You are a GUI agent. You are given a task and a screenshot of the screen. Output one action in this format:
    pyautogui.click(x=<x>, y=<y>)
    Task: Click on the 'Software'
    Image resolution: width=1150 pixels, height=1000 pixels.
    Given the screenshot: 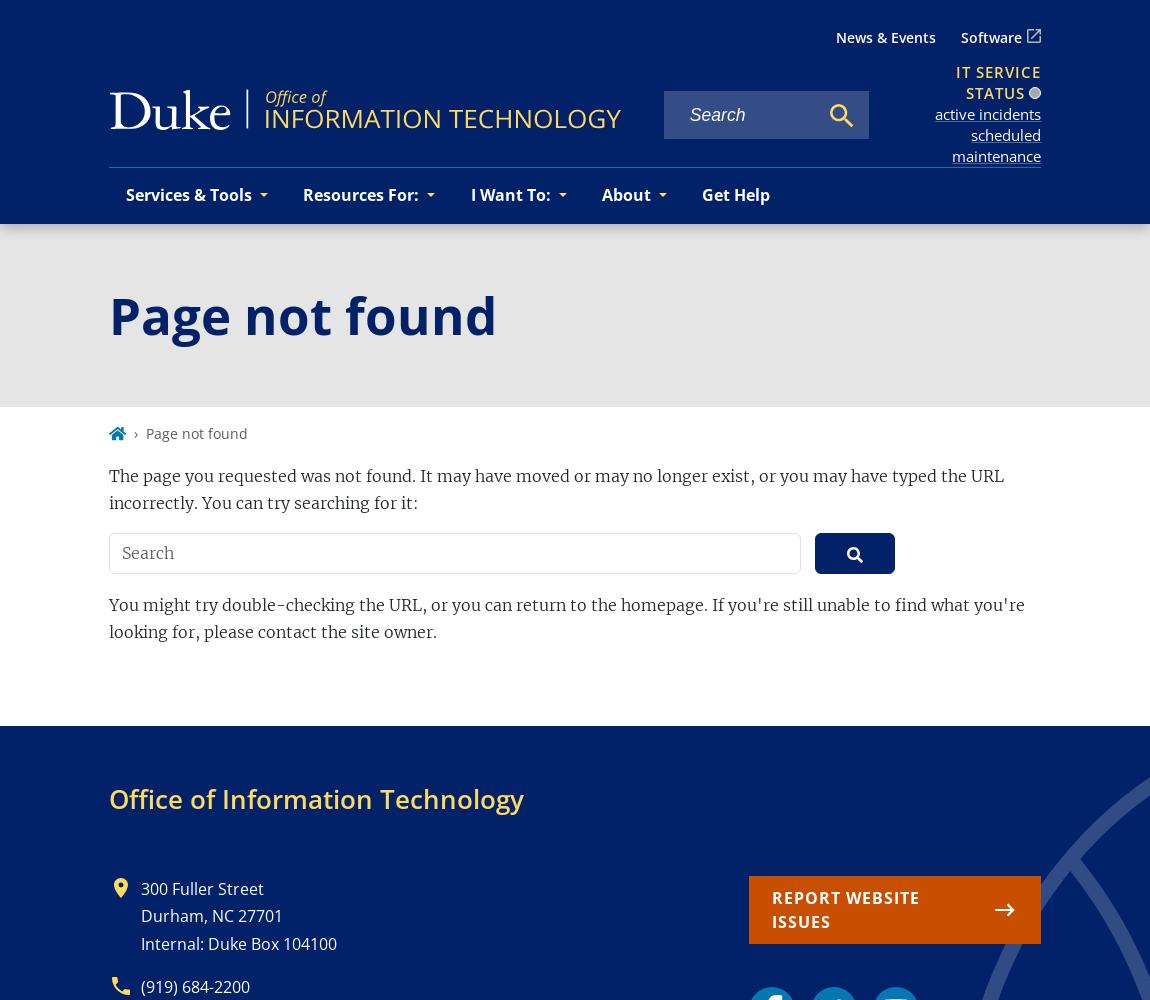 What is the action you would take?
    pyautogui.click(x=961, y=37)
    